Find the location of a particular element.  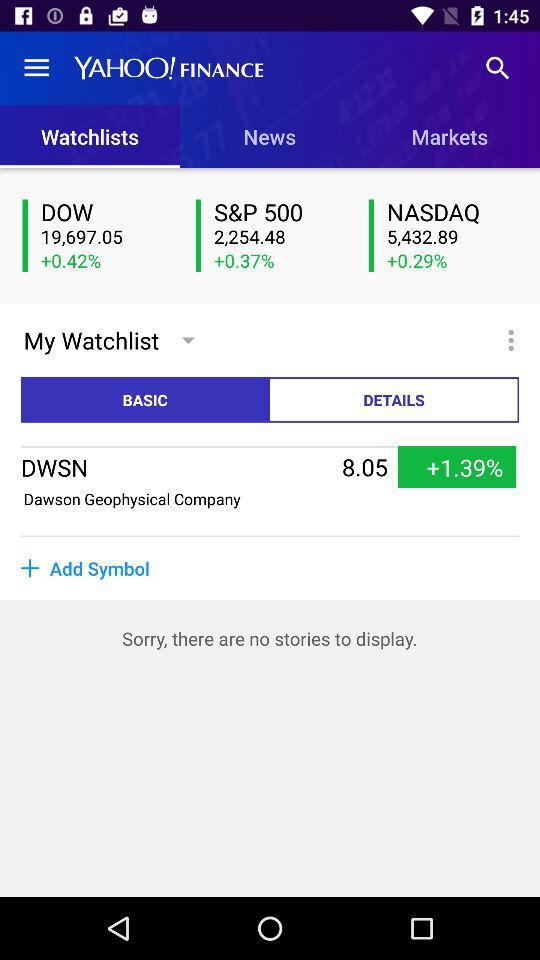

icon below the s&p 500 item is located at coordinates (278, 237).